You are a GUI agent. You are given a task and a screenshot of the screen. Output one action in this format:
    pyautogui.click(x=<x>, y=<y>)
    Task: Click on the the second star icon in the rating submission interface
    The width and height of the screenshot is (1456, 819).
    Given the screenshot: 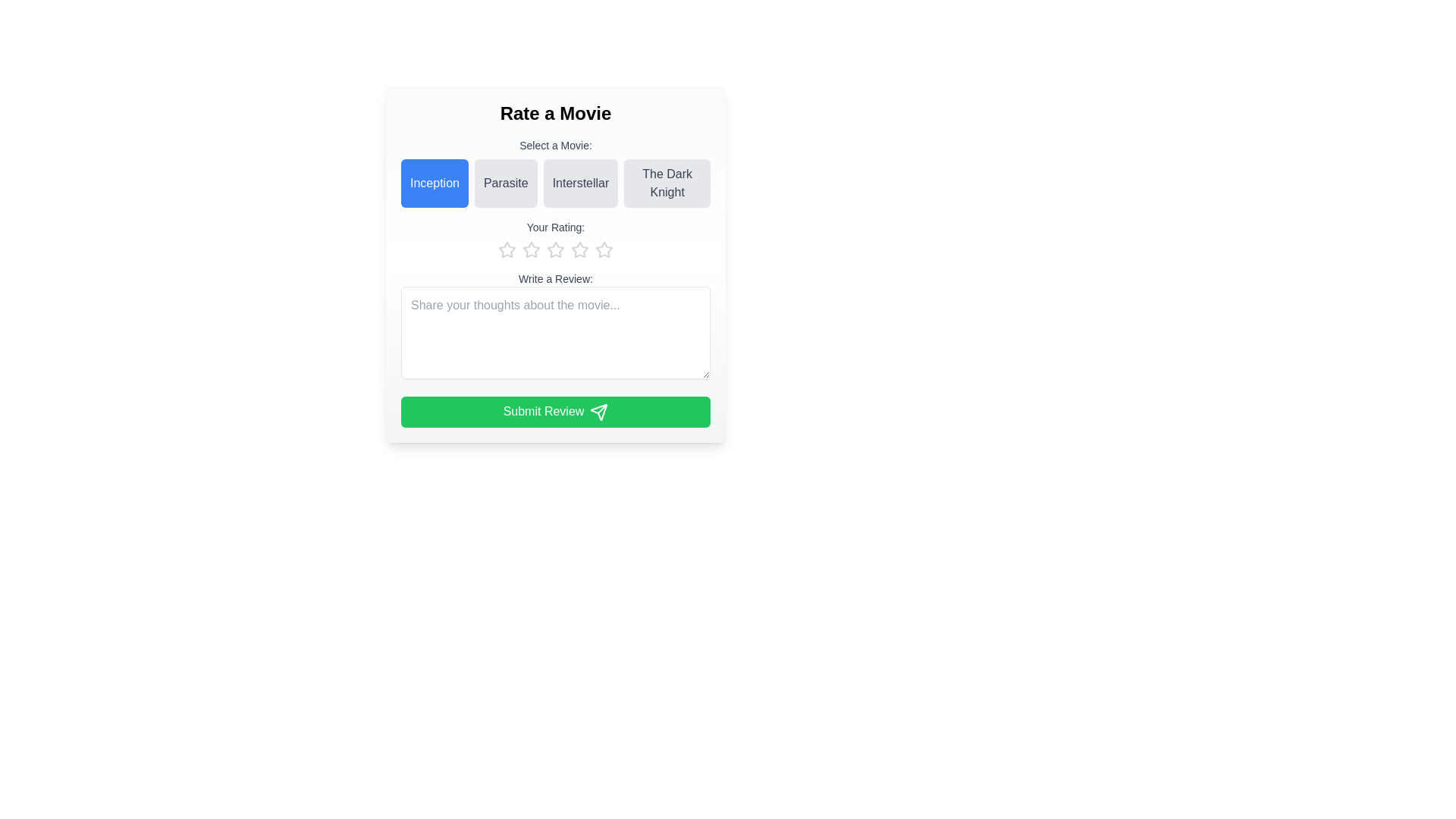 What is the action you would take?
    pyautogui.click(x=531, y=249)
    